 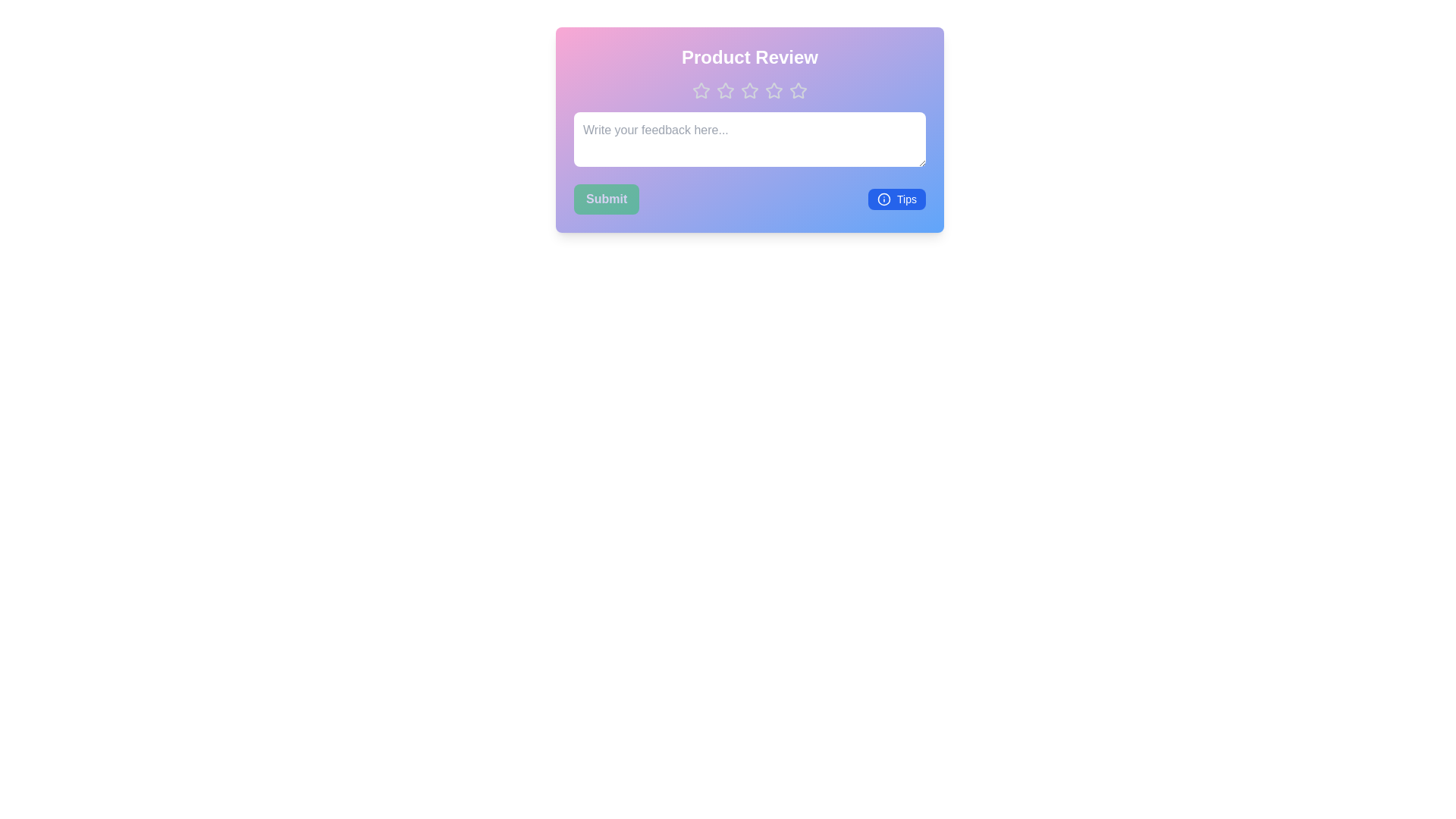 What do you see at coordinates (774, 90) in the screenshot?
I see `the star corresponding to 4 stars to set the rating` at bounding box center [774, 90].